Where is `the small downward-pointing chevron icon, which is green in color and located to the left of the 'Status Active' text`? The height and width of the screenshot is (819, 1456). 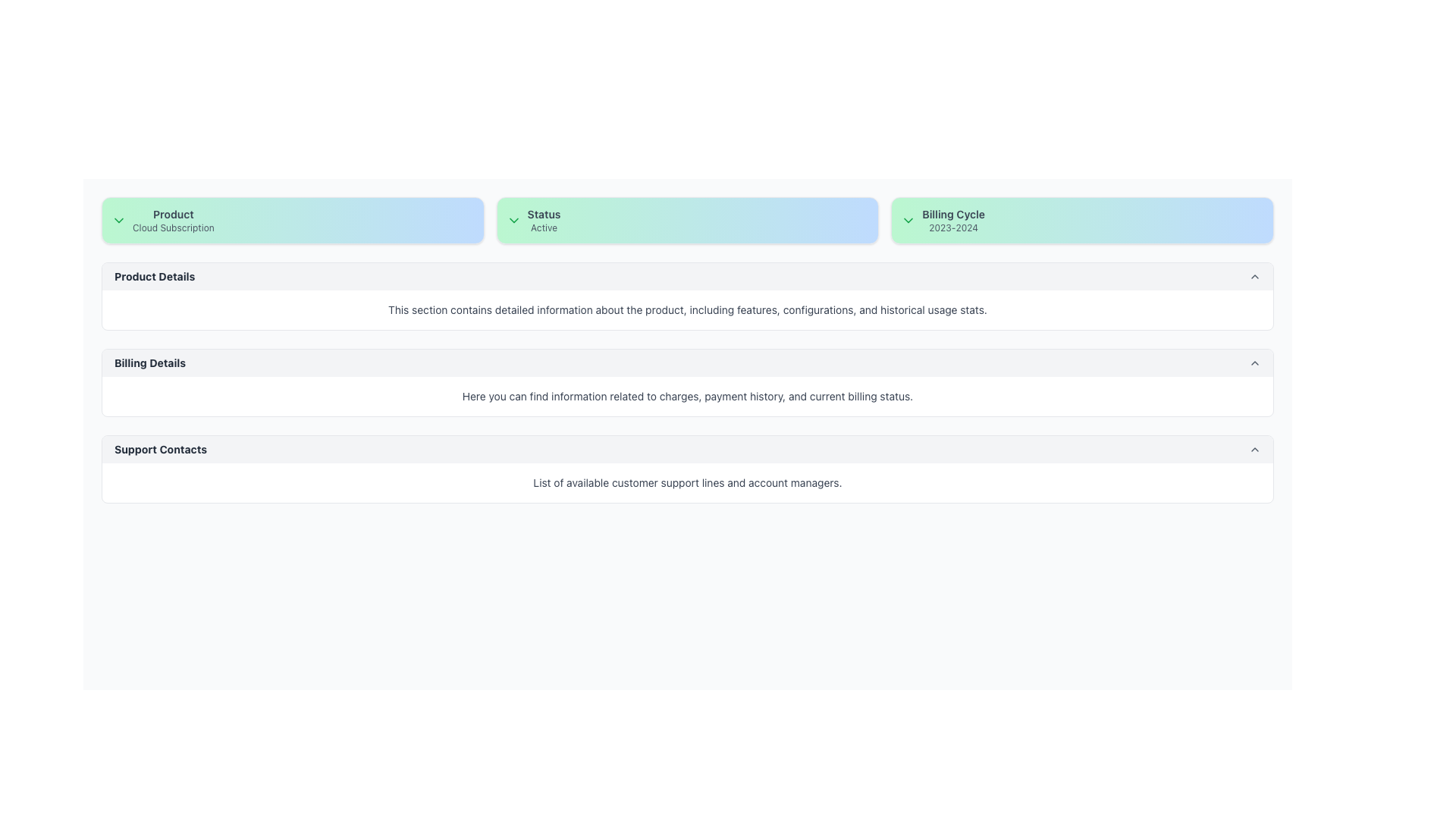
the small downward-pointing chevron icon, which is green in color and located to the left of the 'Status Active' text is located at coordinates (513, 220).